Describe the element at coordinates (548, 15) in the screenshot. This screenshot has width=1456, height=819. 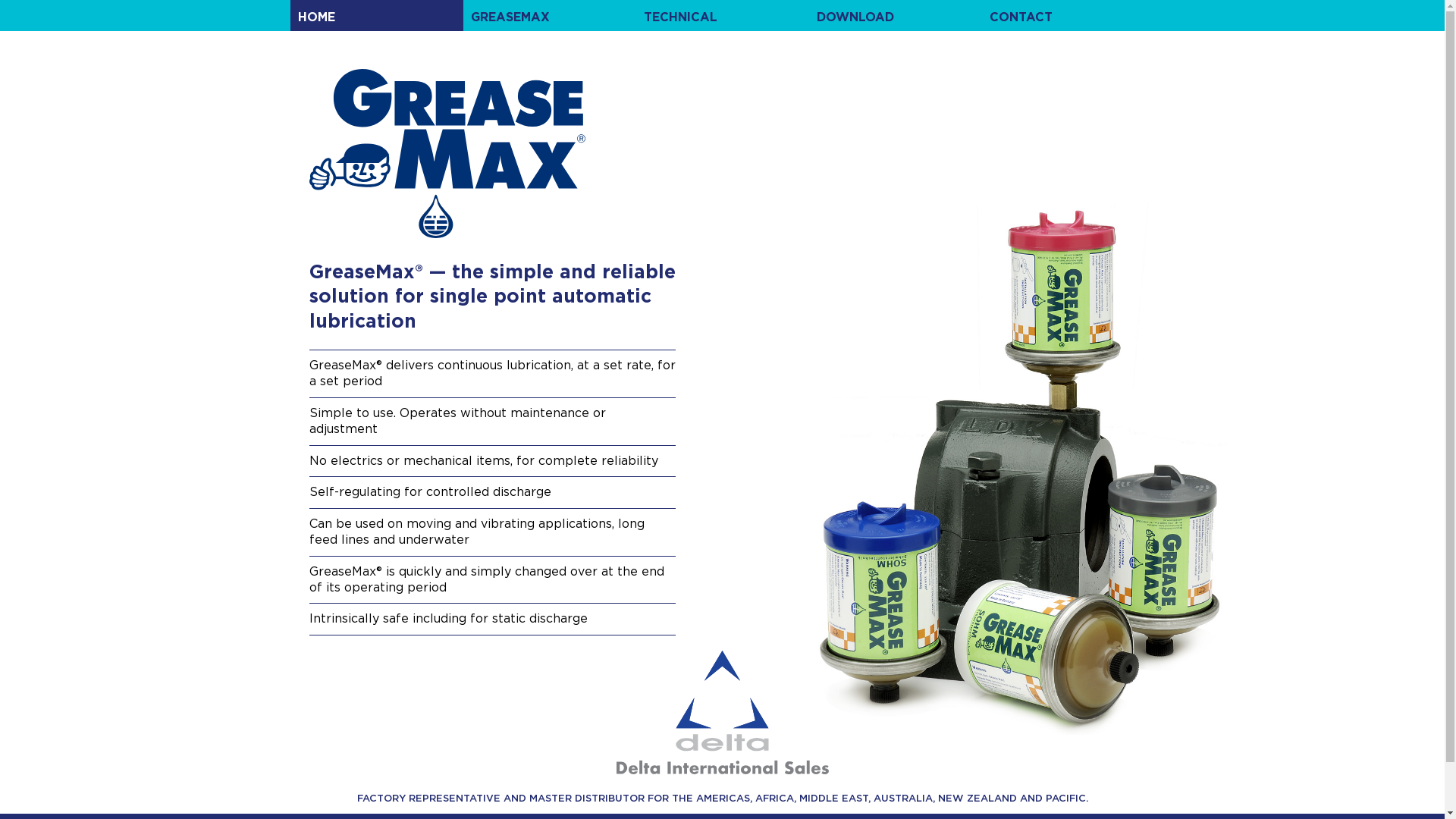
I see `'GREASEMAX'` at that location.